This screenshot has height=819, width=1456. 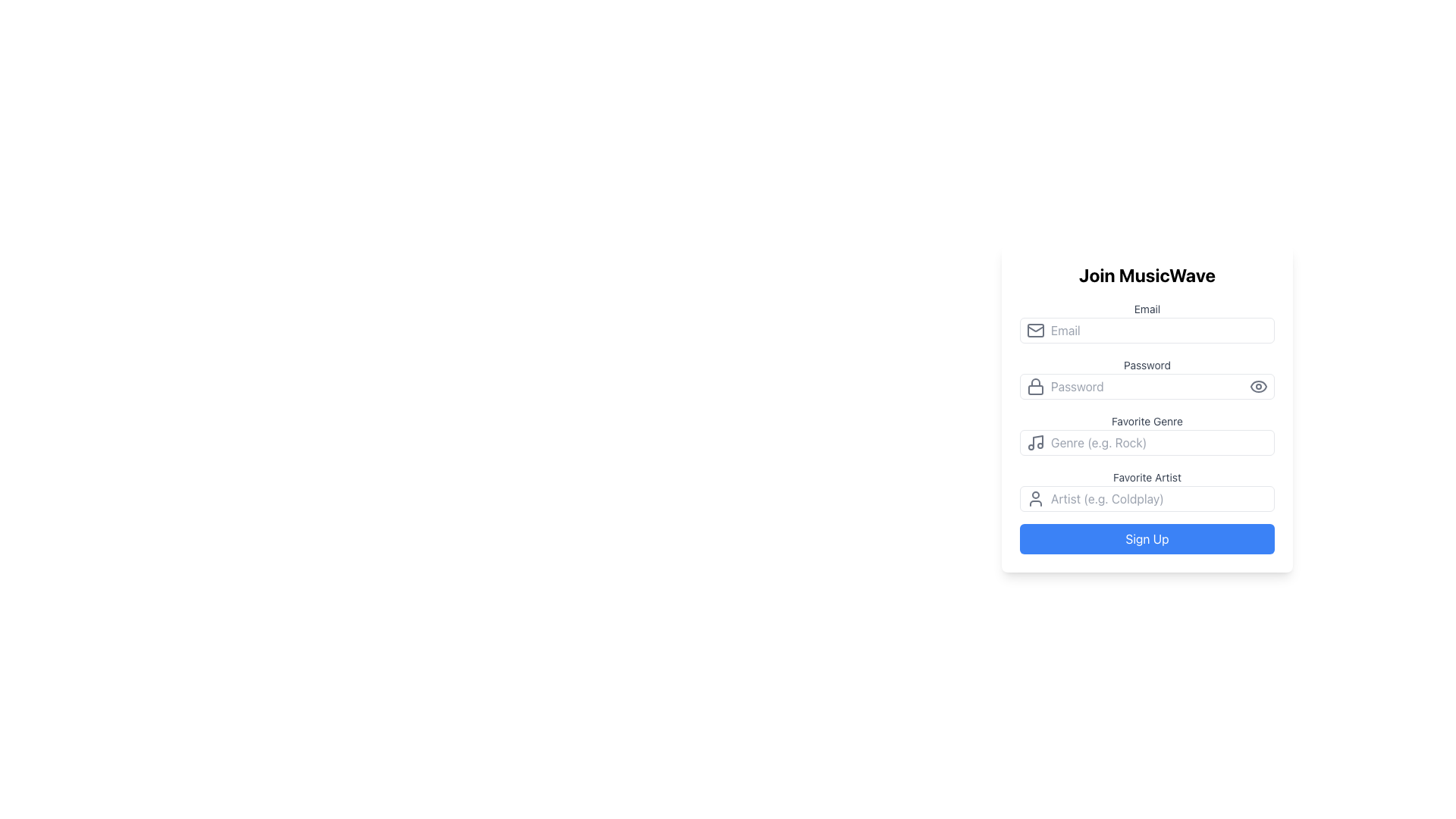 I want to click on the 'Password' text label, which is styled in a smaller gray font and positioned above the password input field adjacent to a lock icon, so click(x=1147, y=365).